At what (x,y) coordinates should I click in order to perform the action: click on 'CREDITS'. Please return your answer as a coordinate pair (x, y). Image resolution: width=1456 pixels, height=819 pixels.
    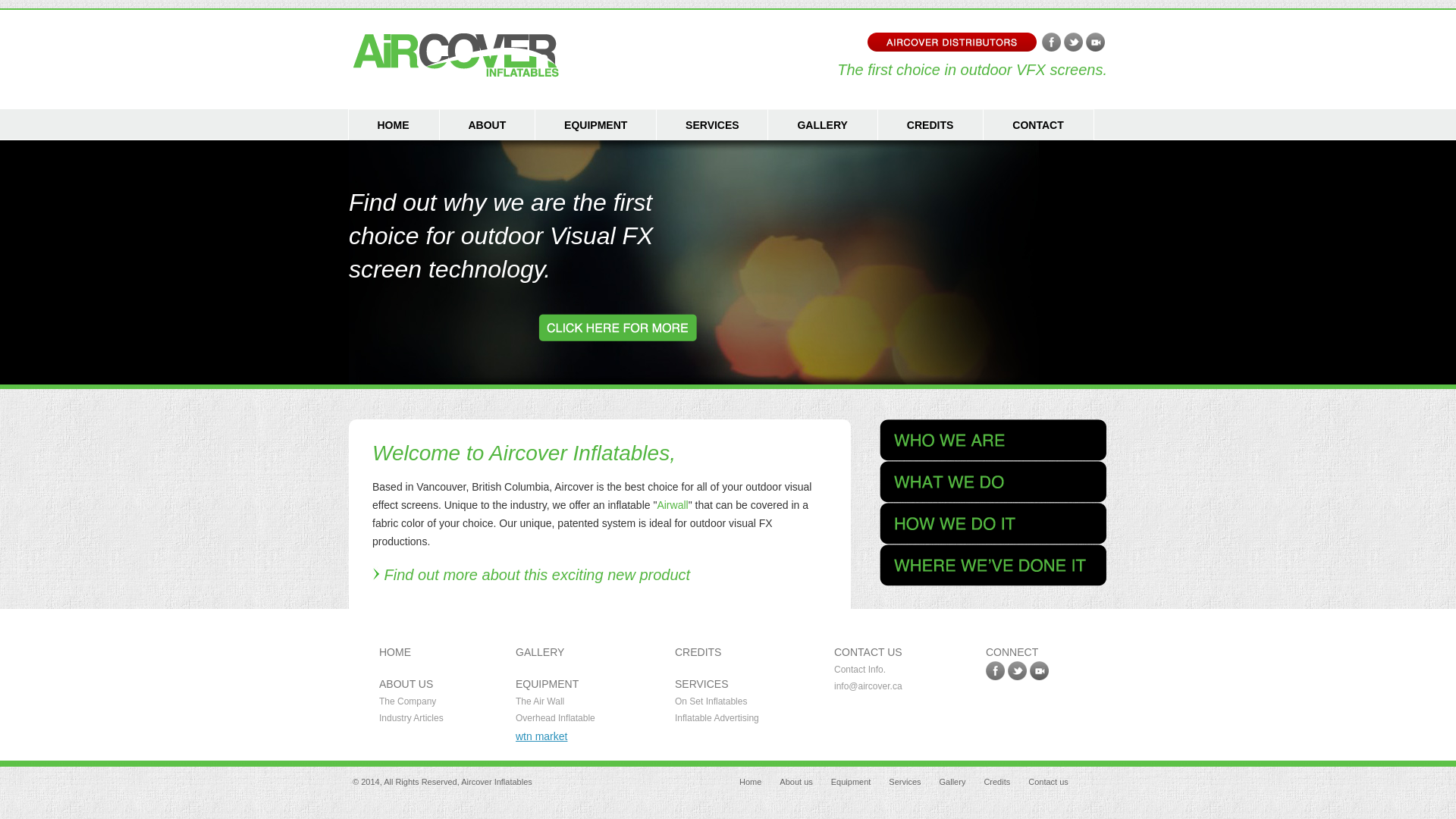
    Looking at the image, I should click on (930, 124).